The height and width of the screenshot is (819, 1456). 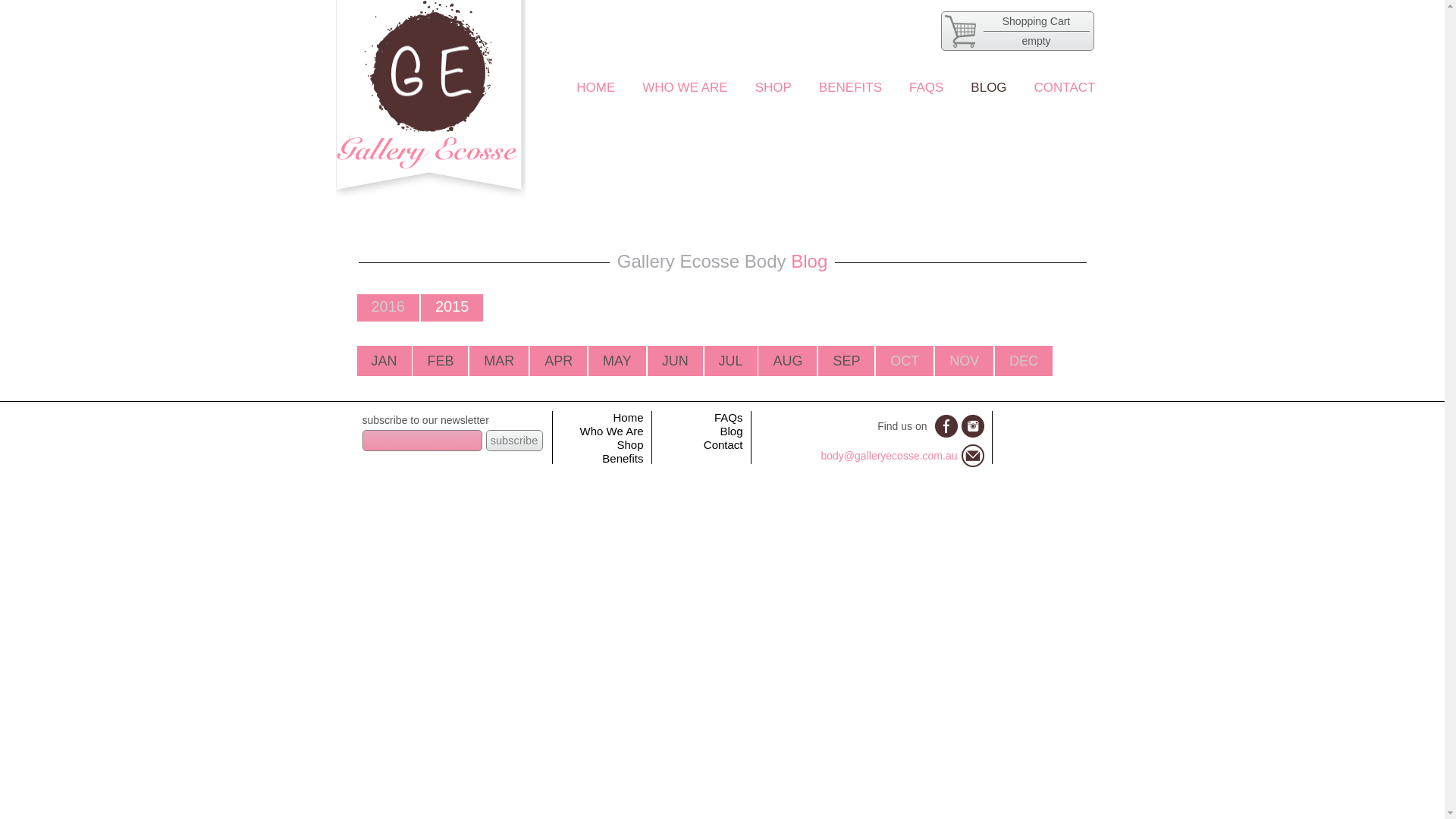 I want to click on 'SHOP', so click(x=773, y=87).